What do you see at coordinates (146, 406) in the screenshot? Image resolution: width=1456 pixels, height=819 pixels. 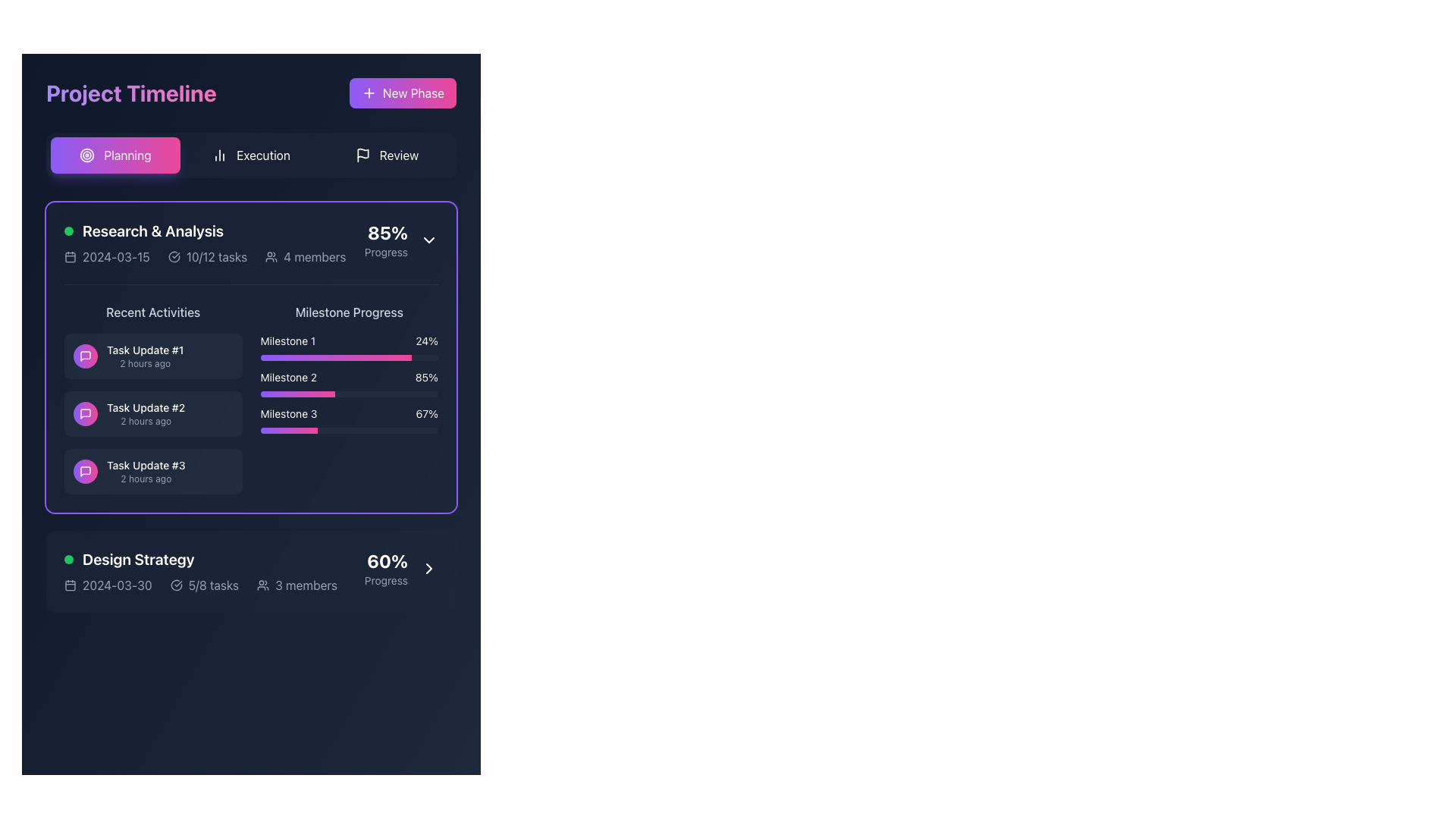 I see `the Text Label that describes a task update in the 'Recent Activities' section under 'Research & Analysis', which is the second item in the vertical list of task updates` at bounding box center [146, 406].